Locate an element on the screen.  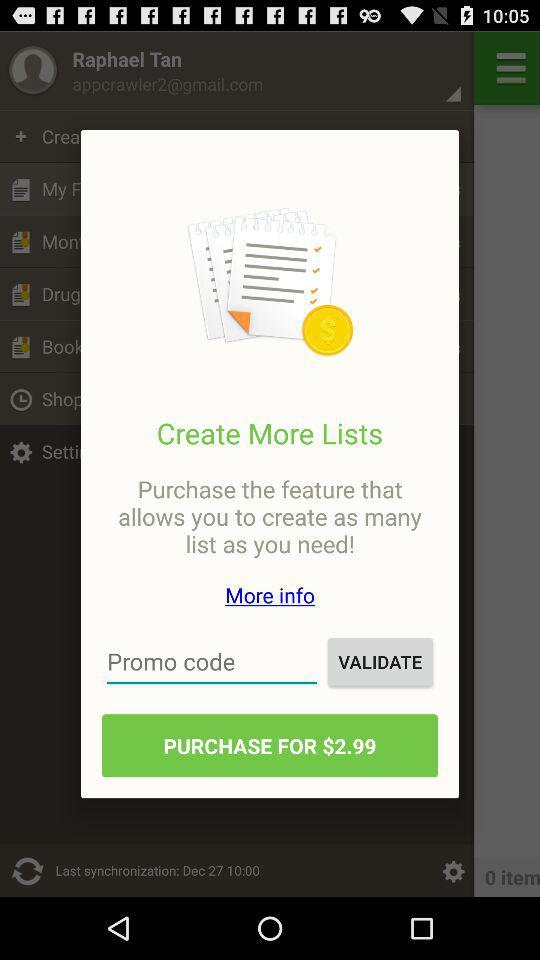
the purchase for 2 is located at coordinates (270, 744).